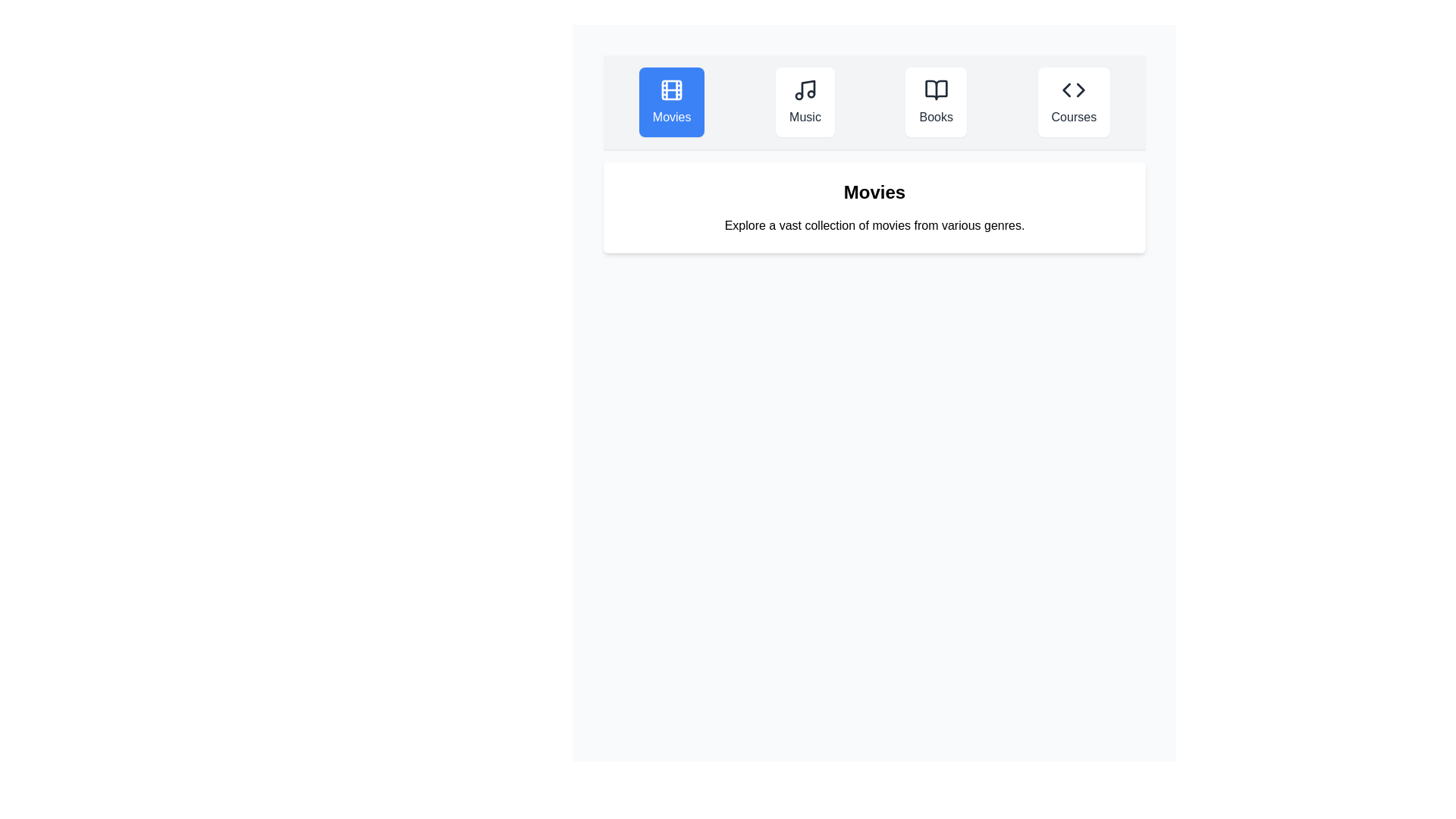  I want to click on the Movies tab to activate it, so click(671, 102).